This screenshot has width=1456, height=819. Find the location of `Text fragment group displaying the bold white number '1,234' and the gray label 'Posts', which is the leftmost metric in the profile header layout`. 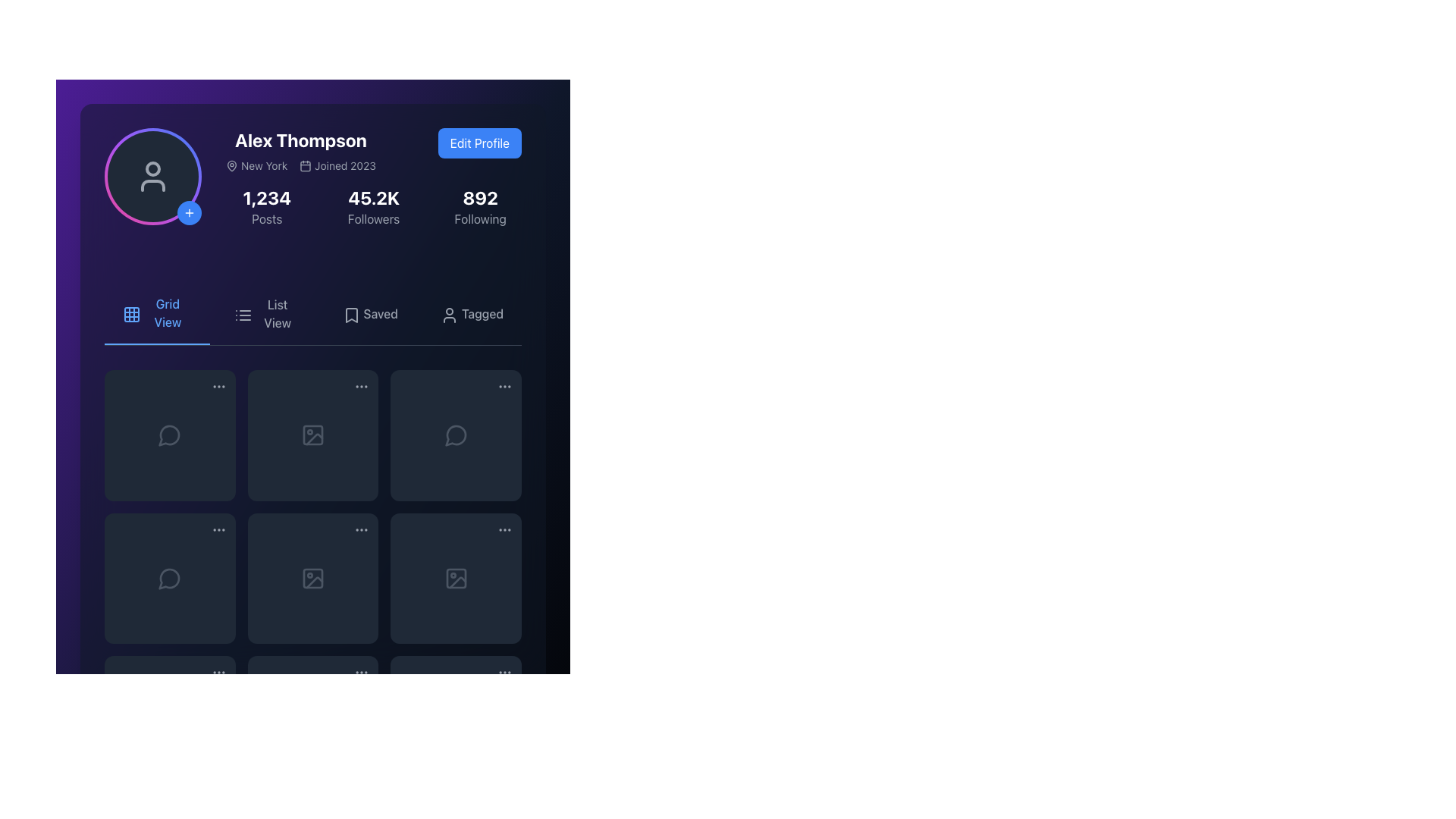

Text fragment group displaying the bold white number '1,234' and the gray label 'Posts', which is the leftmost metric in the profile header layout is located at coordinates (267, 207).